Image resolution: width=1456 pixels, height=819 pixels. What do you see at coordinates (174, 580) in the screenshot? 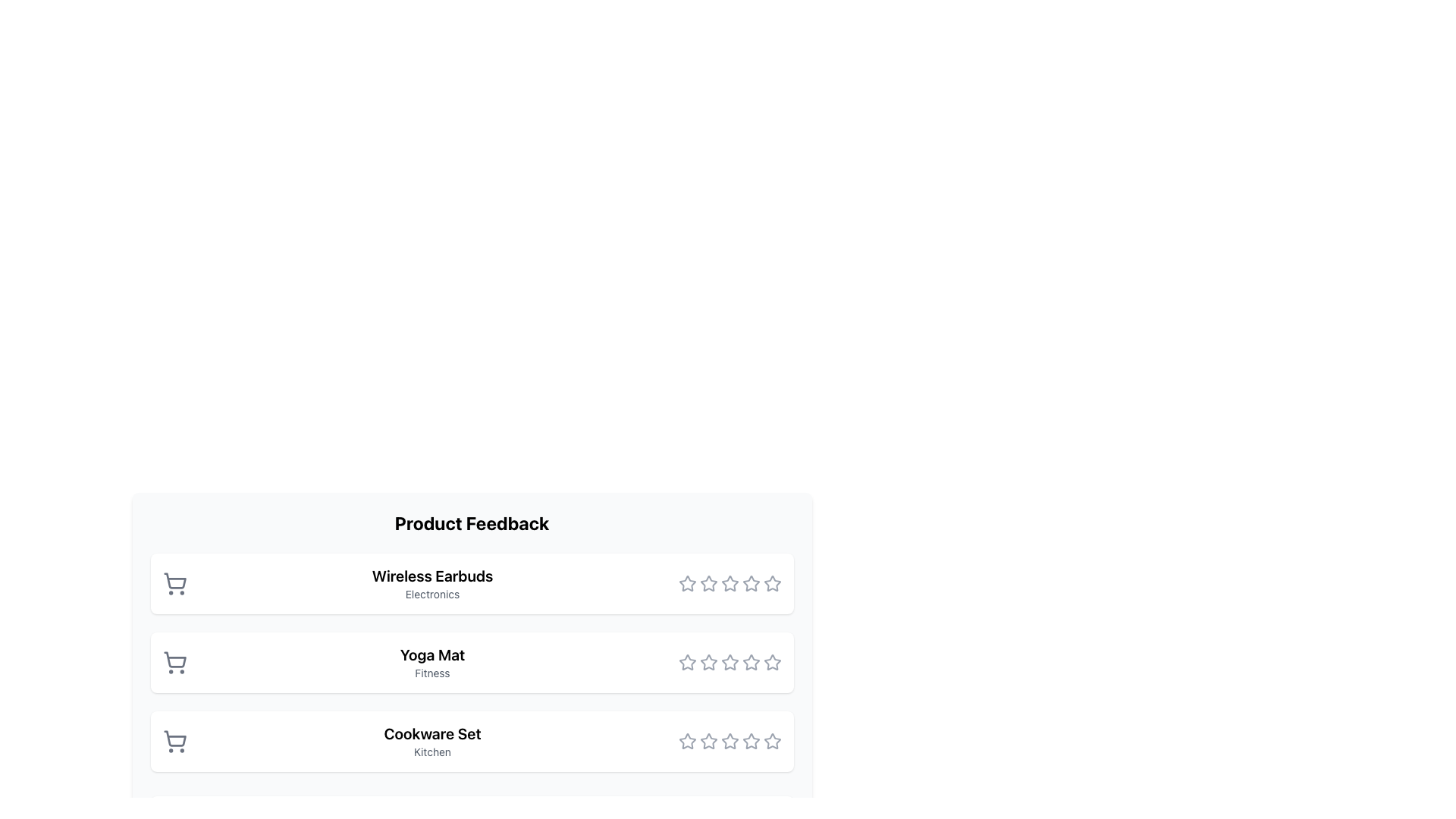
I see `the cart icon representing a shopping cart, which is outlined and gray in color, located to the left of the text 'Wireless Earbuds' in the first item of a vertical list` at bounding box center [174, 580].